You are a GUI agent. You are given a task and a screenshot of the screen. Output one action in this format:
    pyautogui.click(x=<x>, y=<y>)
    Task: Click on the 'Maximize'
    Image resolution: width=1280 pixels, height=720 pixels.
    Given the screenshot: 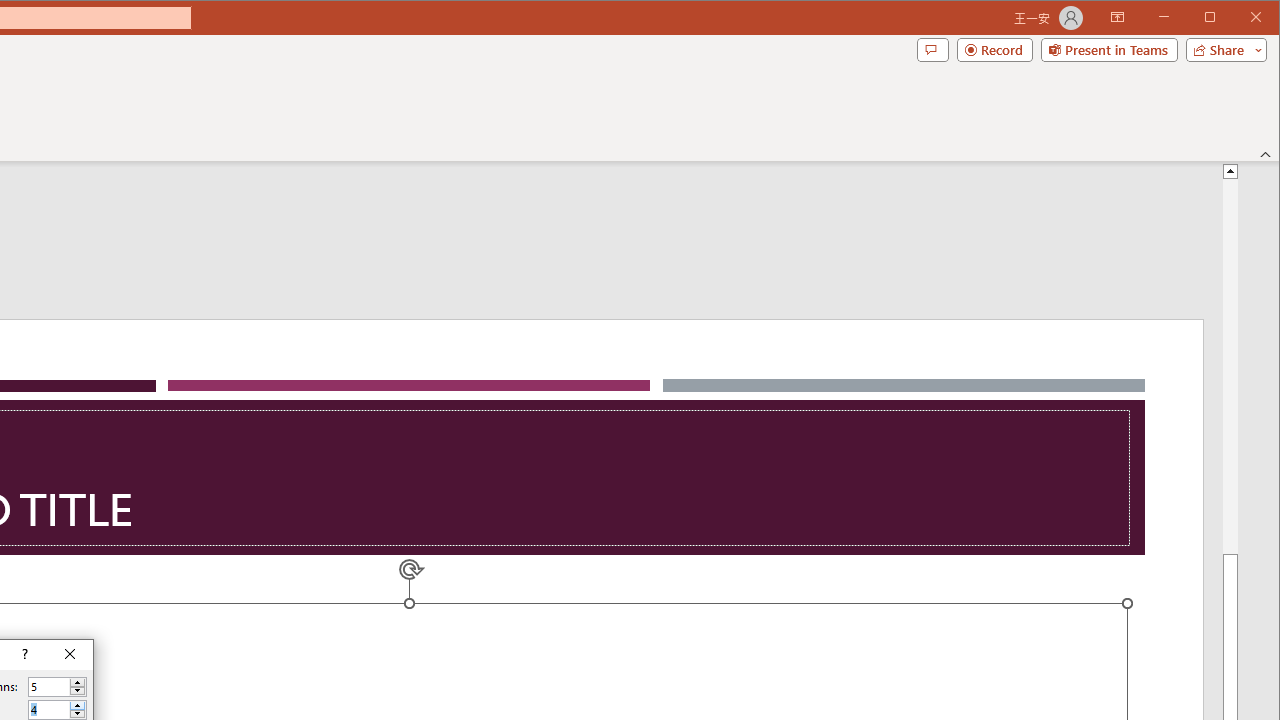 What is the action you would take?
    pyautogui.click(x=1238, y=19)
    